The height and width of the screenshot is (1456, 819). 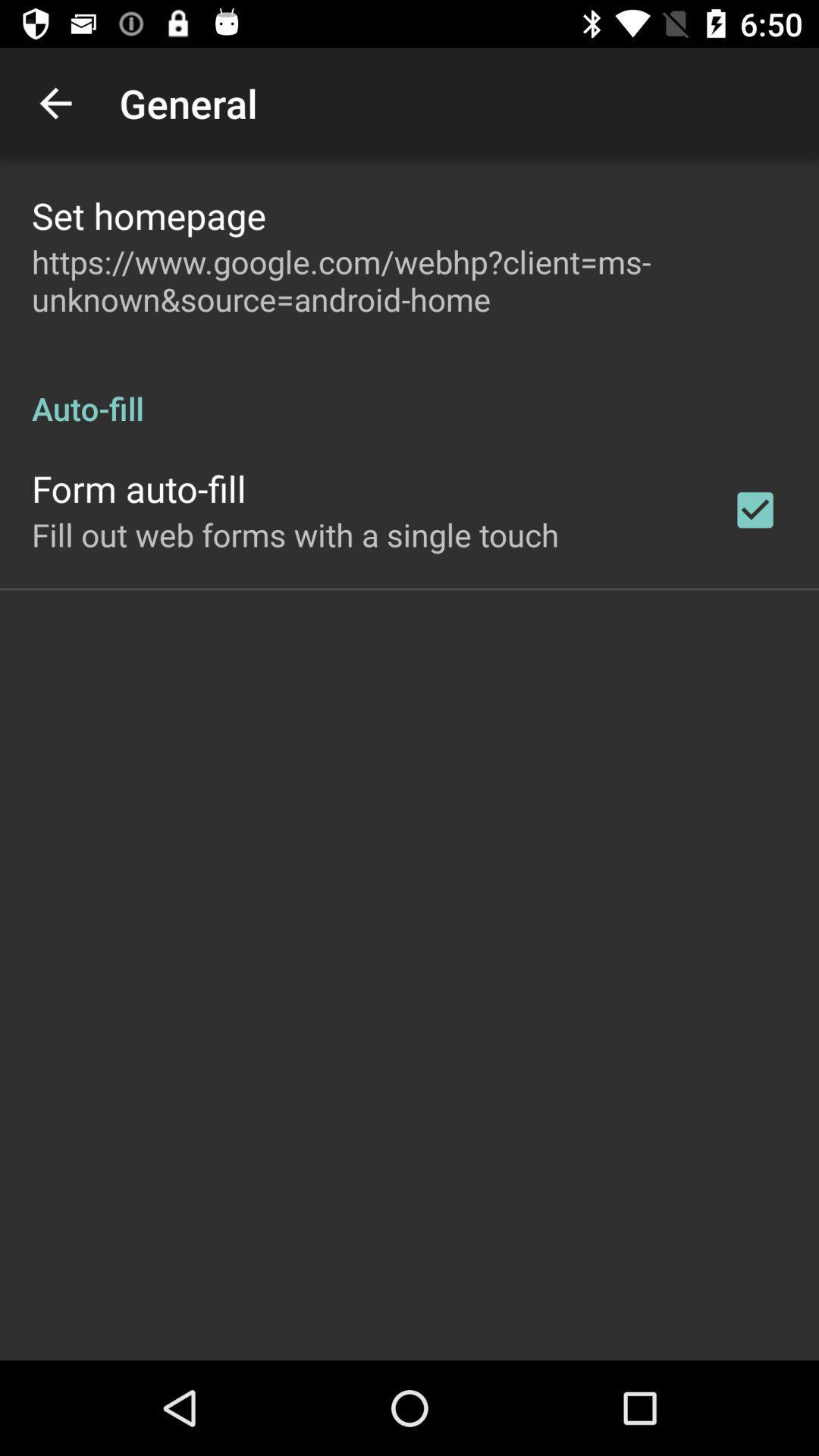 I want to click on set homepage app, so click(x=149, y=215).